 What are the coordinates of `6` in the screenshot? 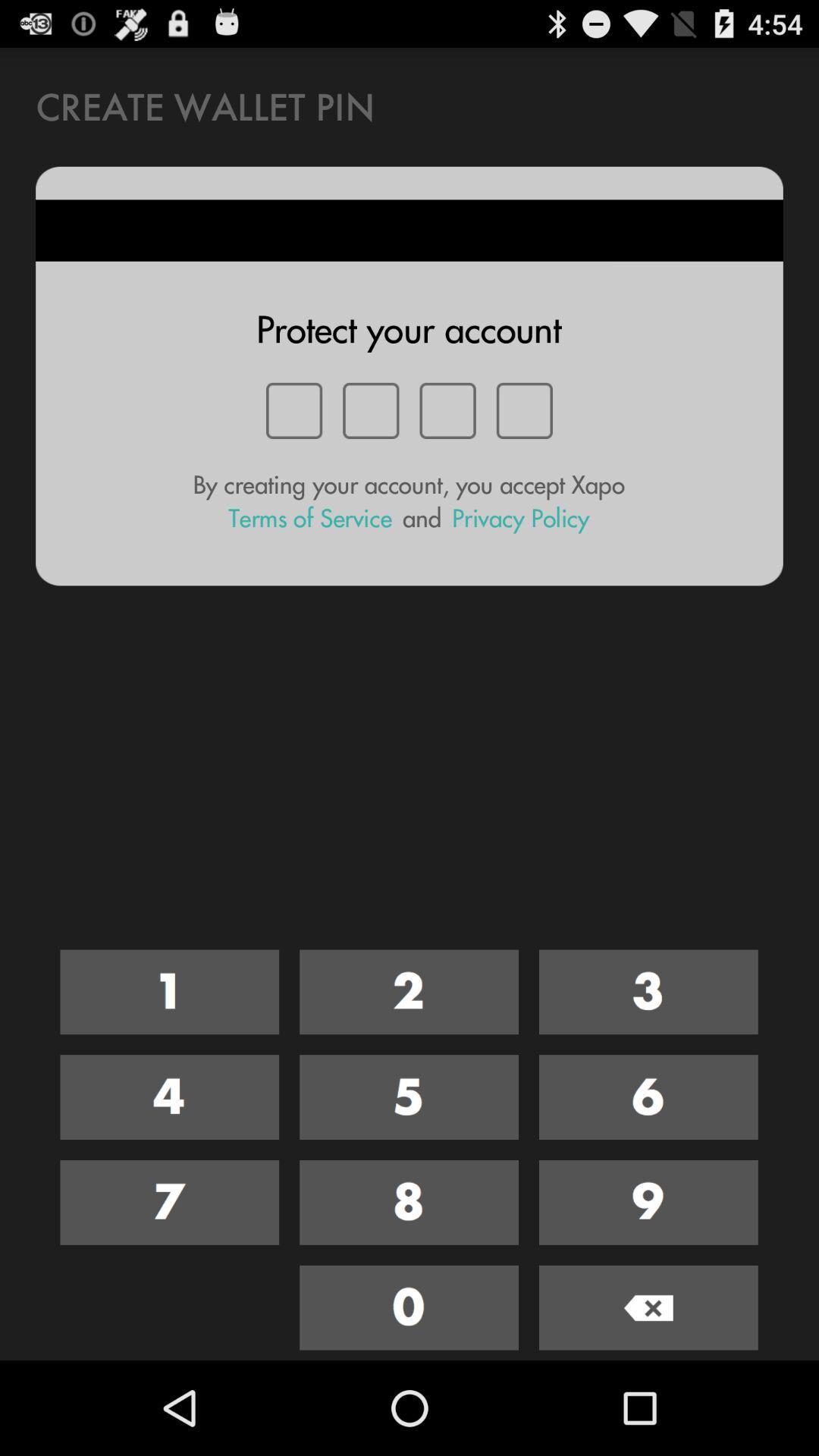 It's located at (648, 1097).